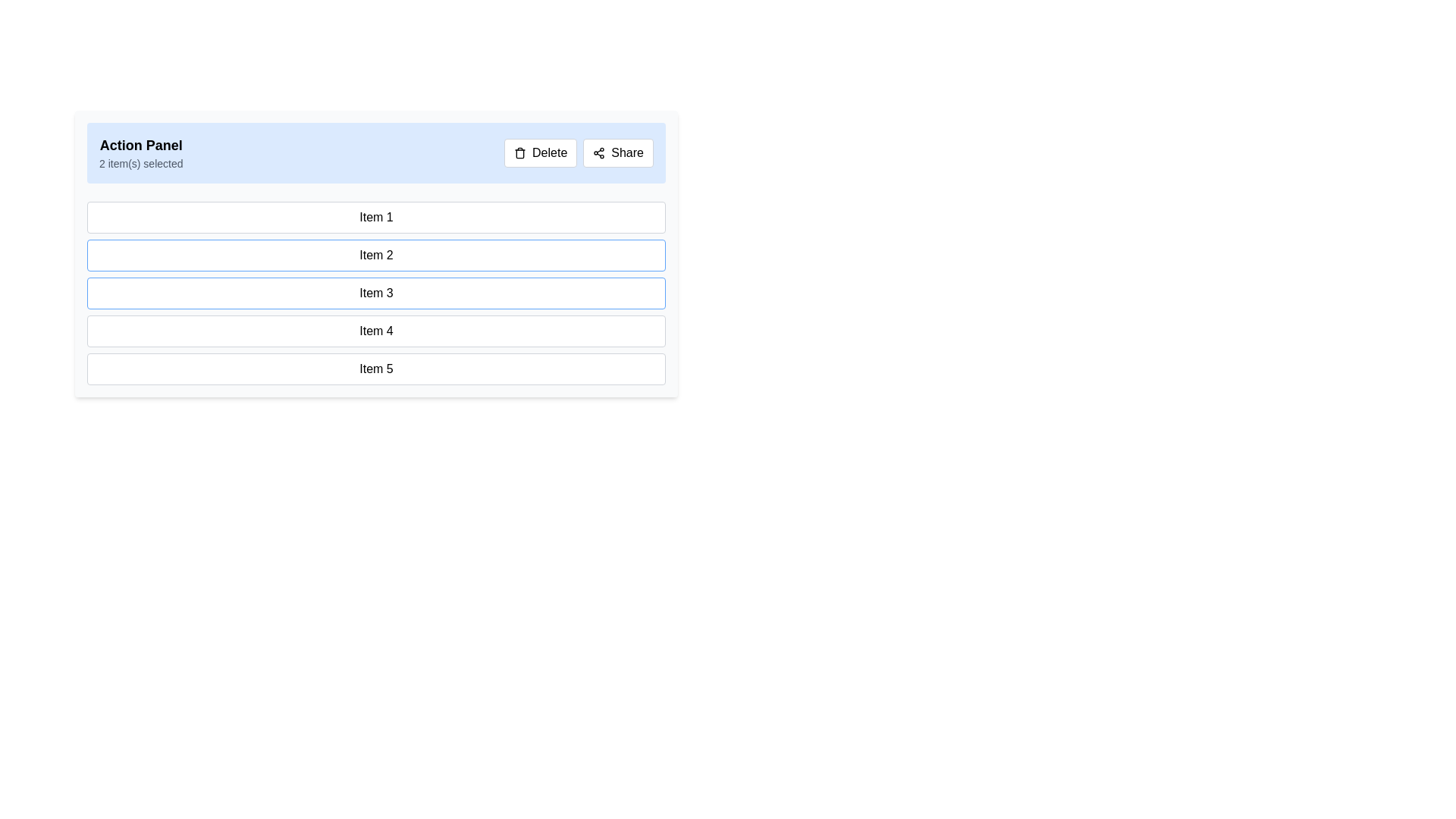 The width and height of the screenshot is (1456, 819). What do you see at coordinates (598, 152) in the screenshot?
I see `the Share icon located in the upper-right section of the interface, which is part of the button group immediately to the right of the Delete button` at bounding box center [598, 152].